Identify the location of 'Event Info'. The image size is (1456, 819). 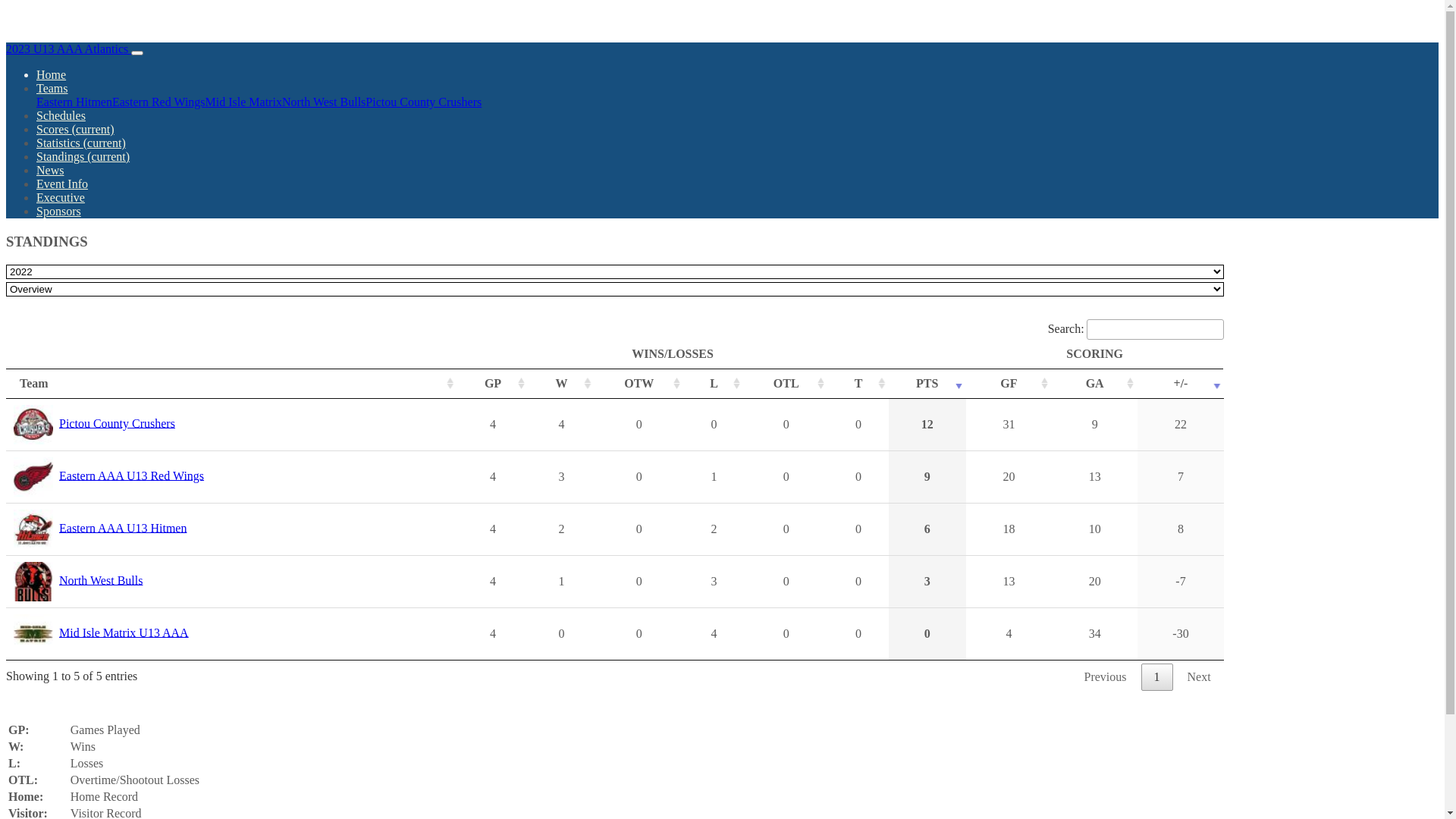
(61, 183).